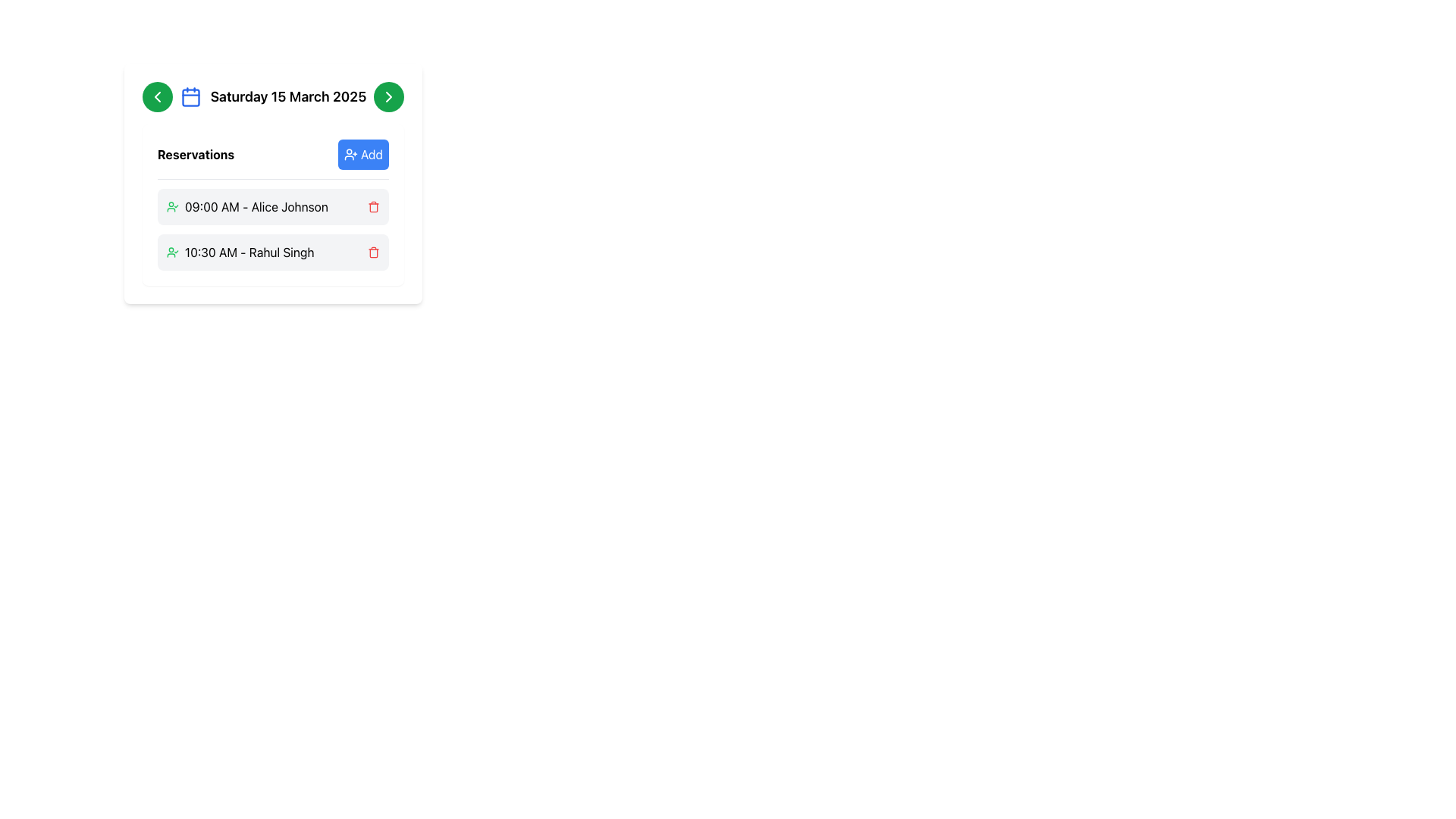 The width and height of the screenshot is (1456, 819). Describe the element at coordinates (157, 96) in the screenshot. I see `the green circular button with a leftward arrow icon located at the top left of the card-like section` at that location.